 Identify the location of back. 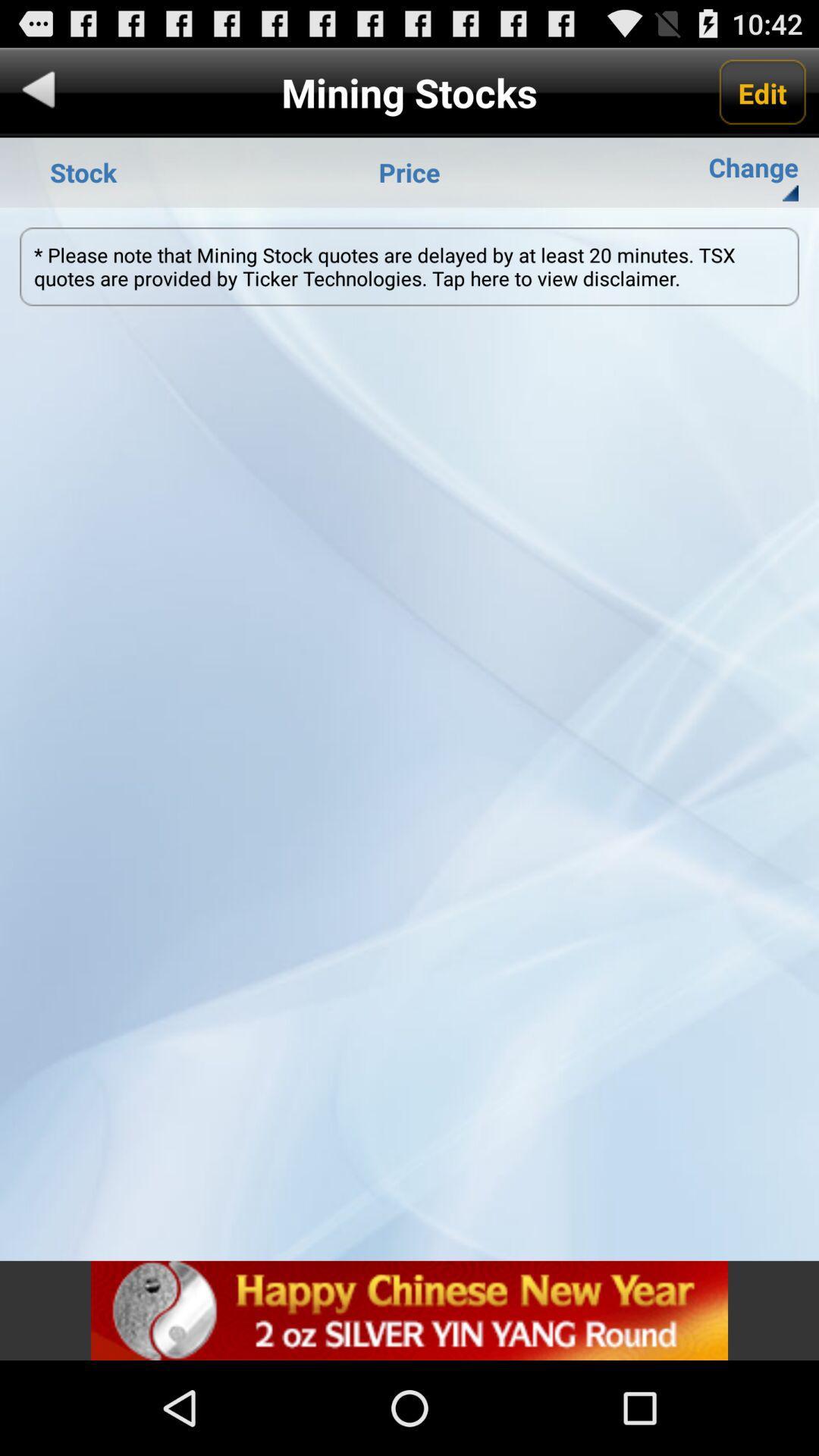
(38, 92).